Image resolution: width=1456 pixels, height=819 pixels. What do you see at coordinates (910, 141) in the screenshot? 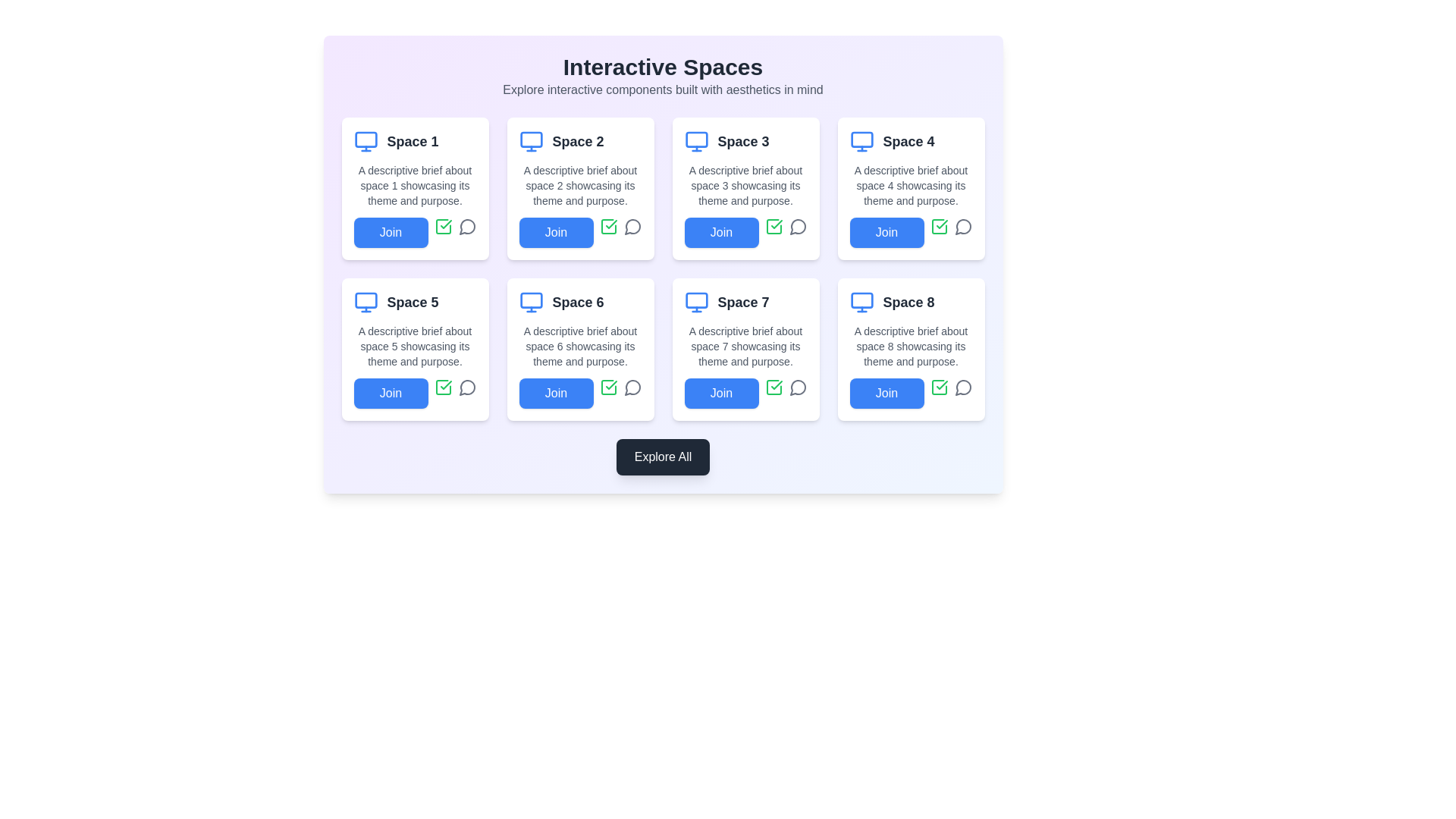
I see `the header element titled 'Space 4' located in the fourth card of the top row` at bounding box center [910, 141].